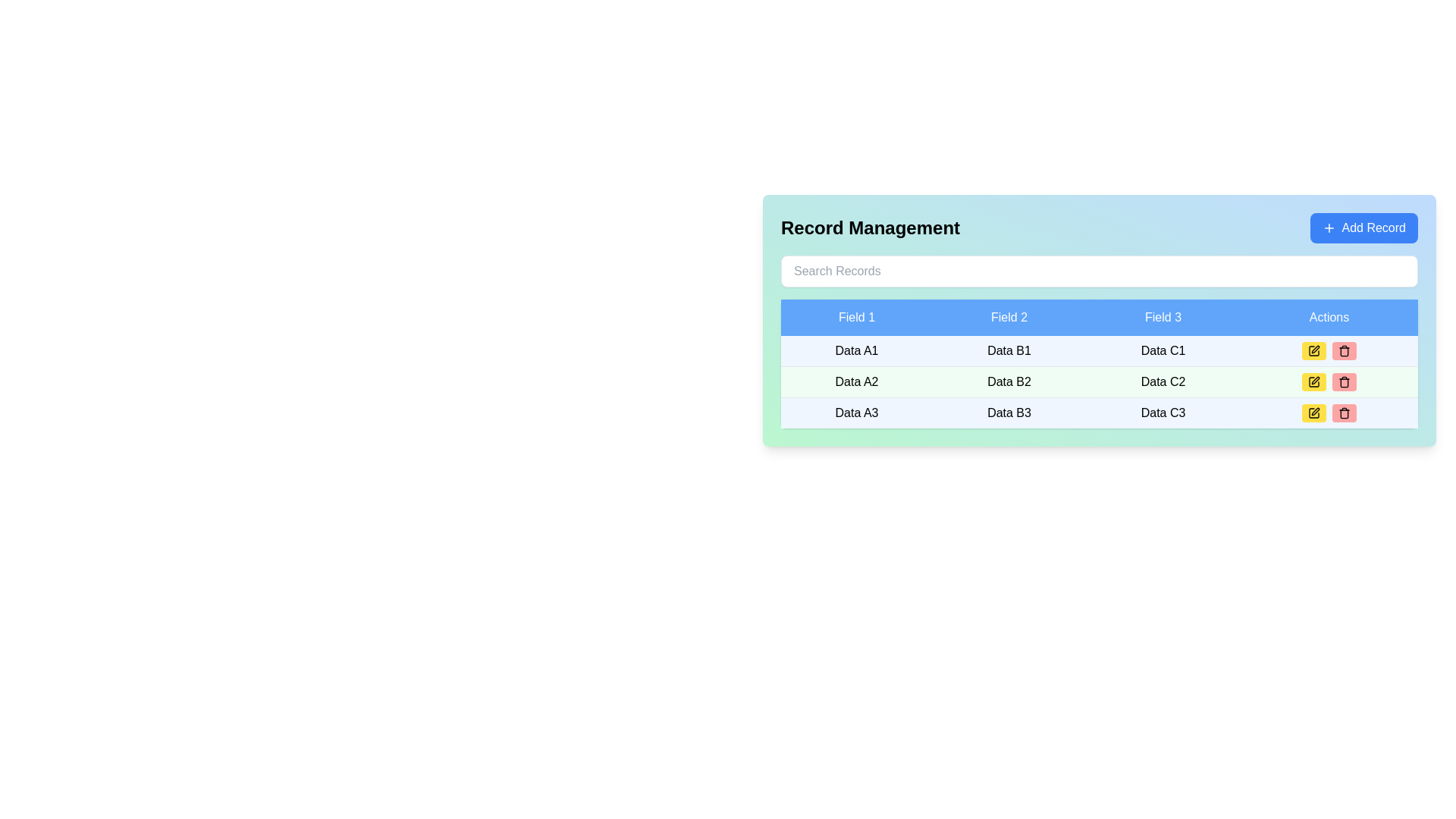  What do you see at coordinates (1313, 413) in the screenshot?
I see `the edit button in the 'Actions' column of the last row in the table to initiate editing functionality for that row` at bounding box center [1313, 413].